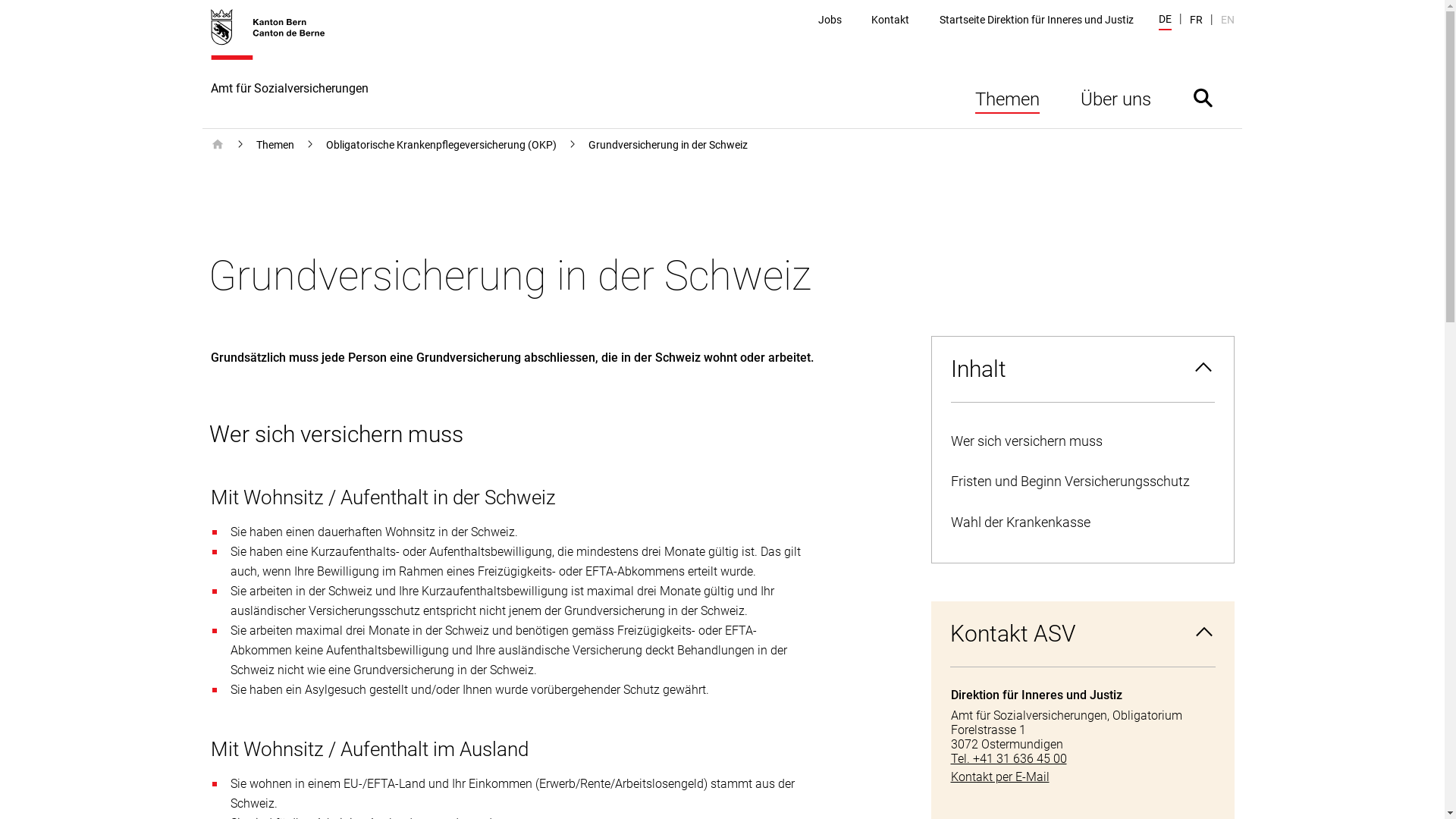  What do you see at coordinates (1194, 20) in the screenshot?
I see `'FR'` at bounding box center [1194, 20].